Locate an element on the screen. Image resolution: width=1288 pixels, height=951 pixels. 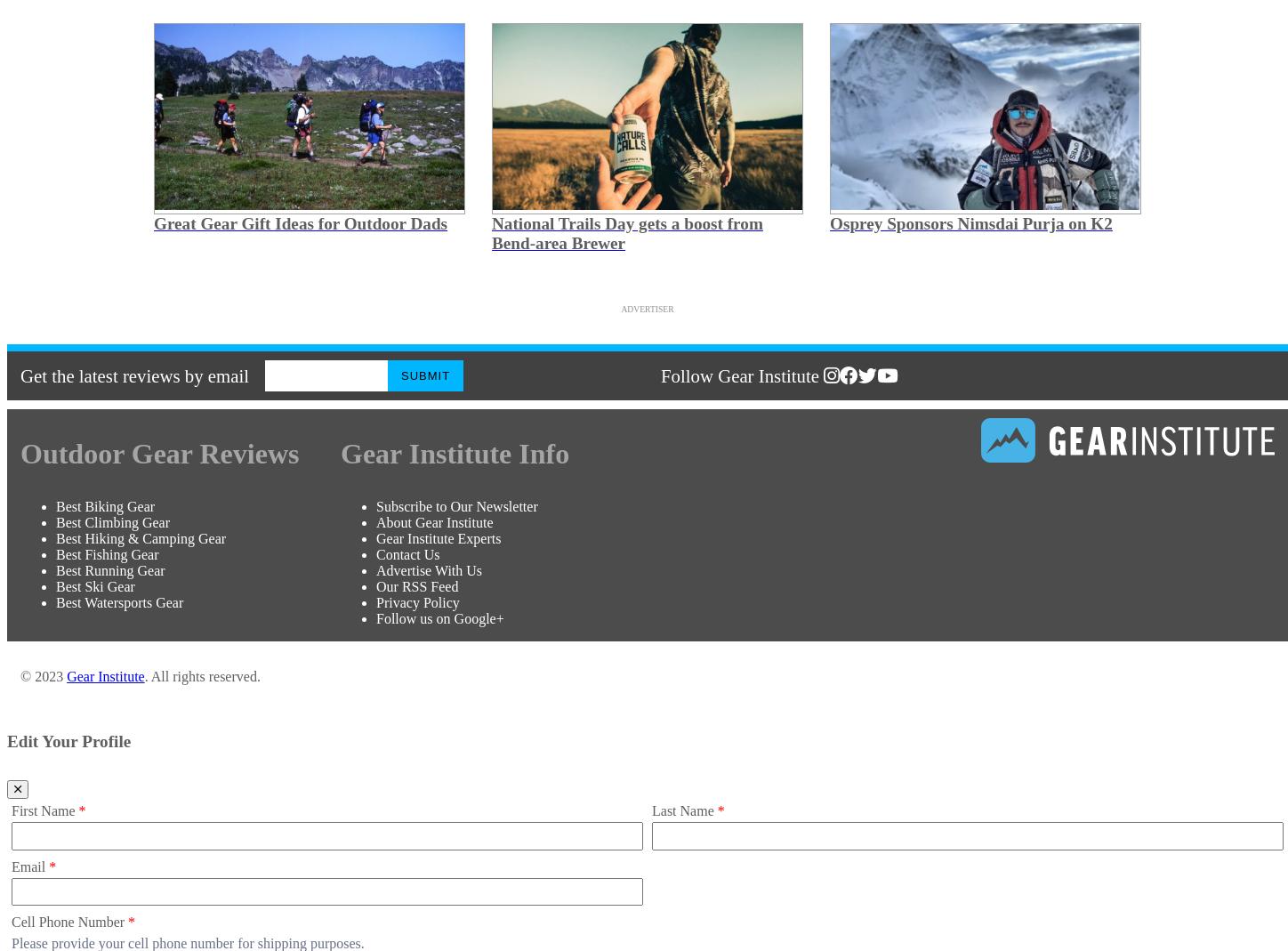
'Advertise With Us' is located at coordinates (428, 569).